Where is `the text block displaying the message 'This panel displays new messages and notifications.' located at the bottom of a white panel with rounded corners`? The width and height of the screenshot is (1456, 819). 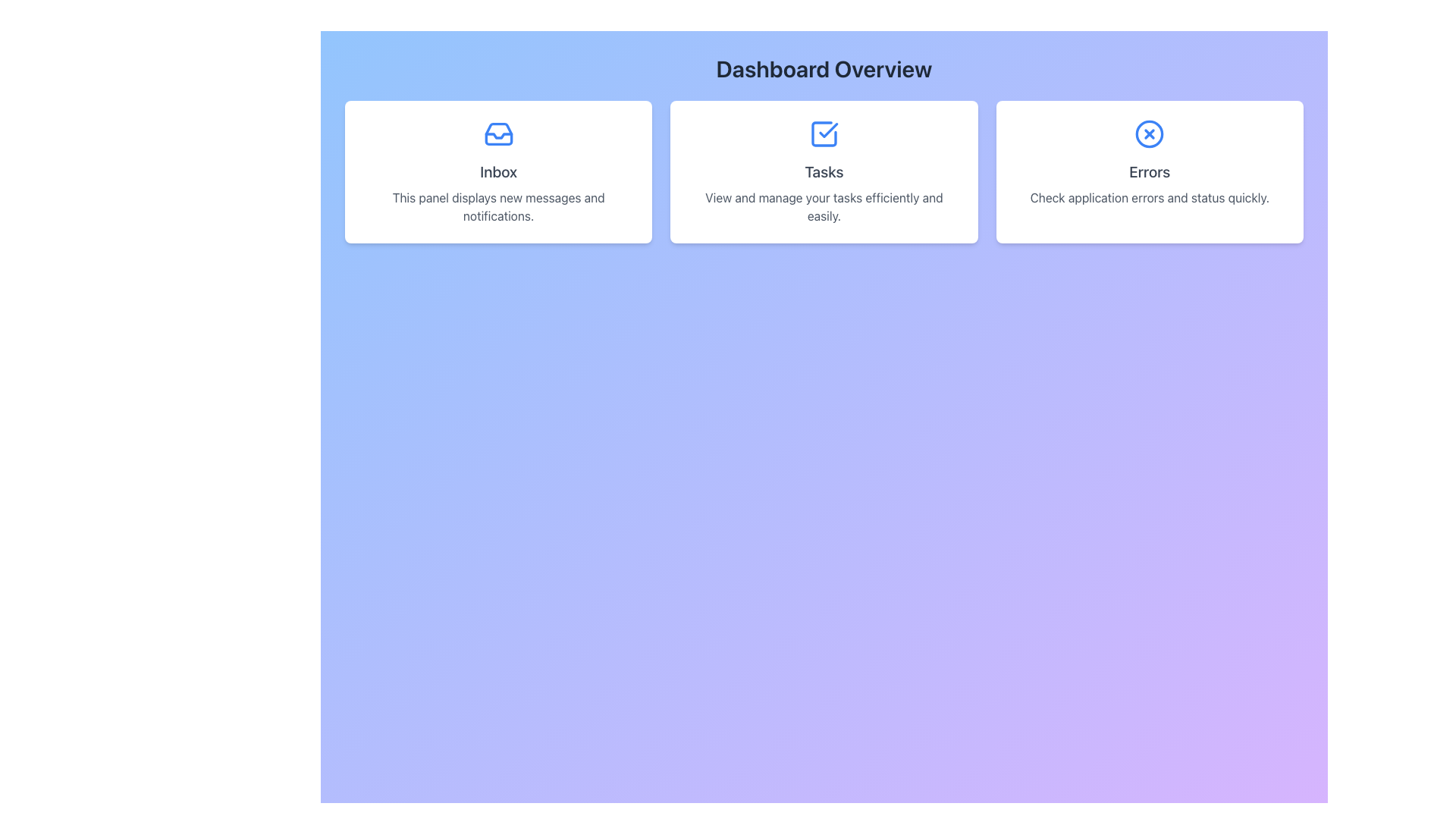 the text block displaying the message 'This panel displays new messages and notifications.' located at the bottom of a white panel with rounded corners is located at coordinates (498, 207).